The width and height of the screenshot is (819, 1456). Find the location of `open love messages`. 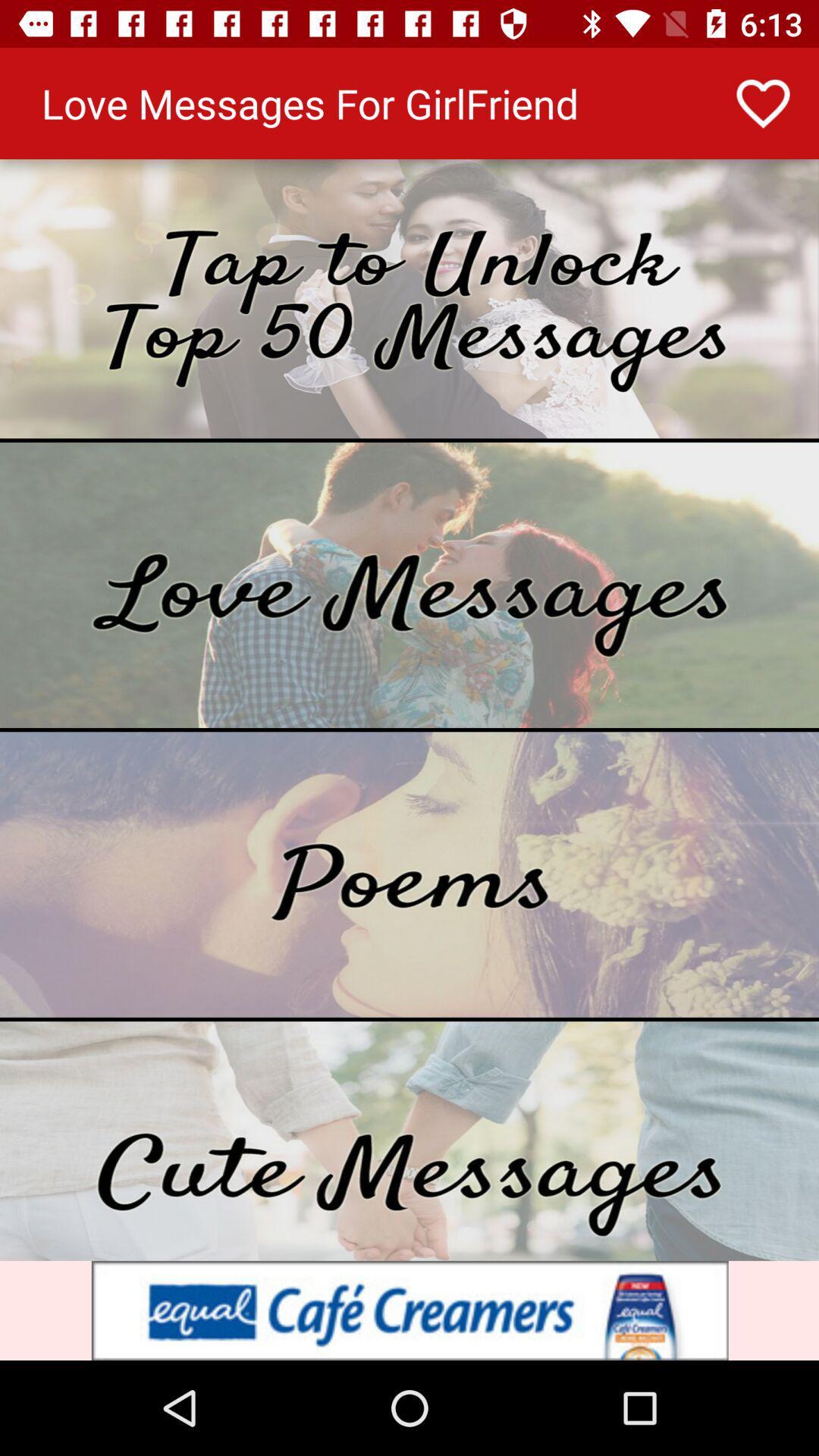

open love messages is located at coordinates (409, 584).